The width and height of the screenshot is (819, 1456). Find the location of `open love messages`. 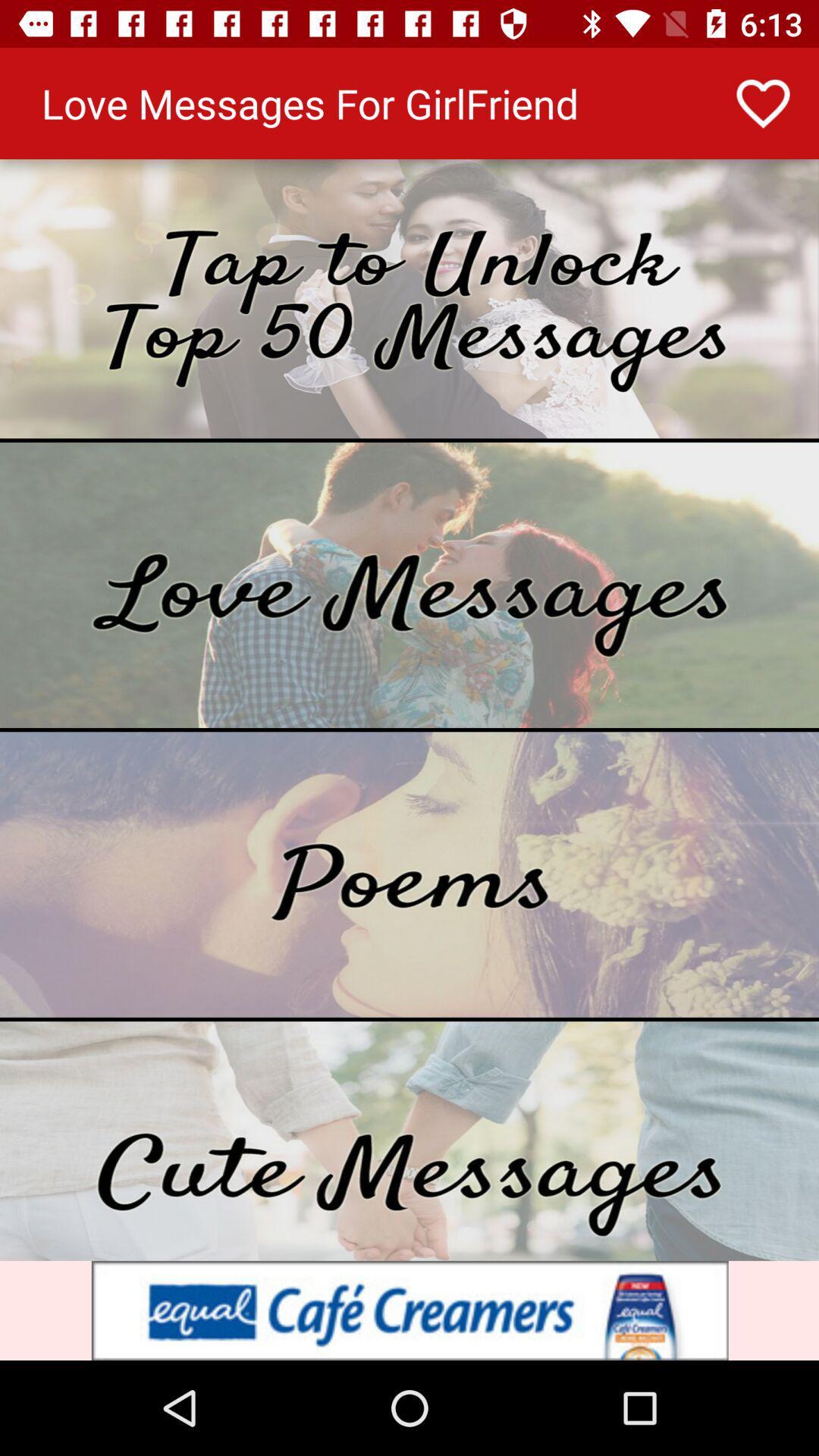

open love messages is located at coordinates (409, 584).